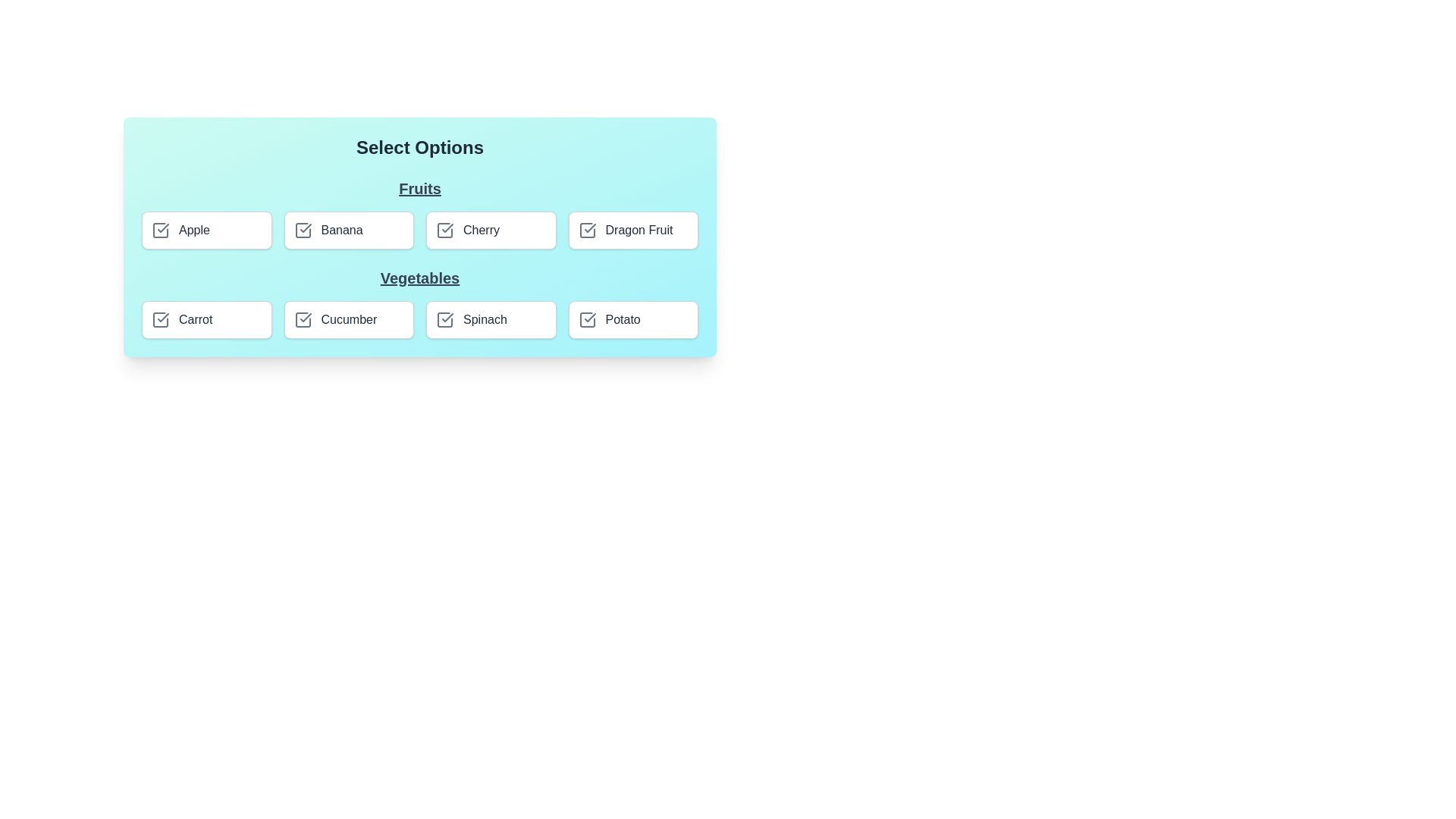 The width and height of the screenshot is (1456, 819). I want to click on the checkbox option representing 'Cucumber', so click(348, 318).